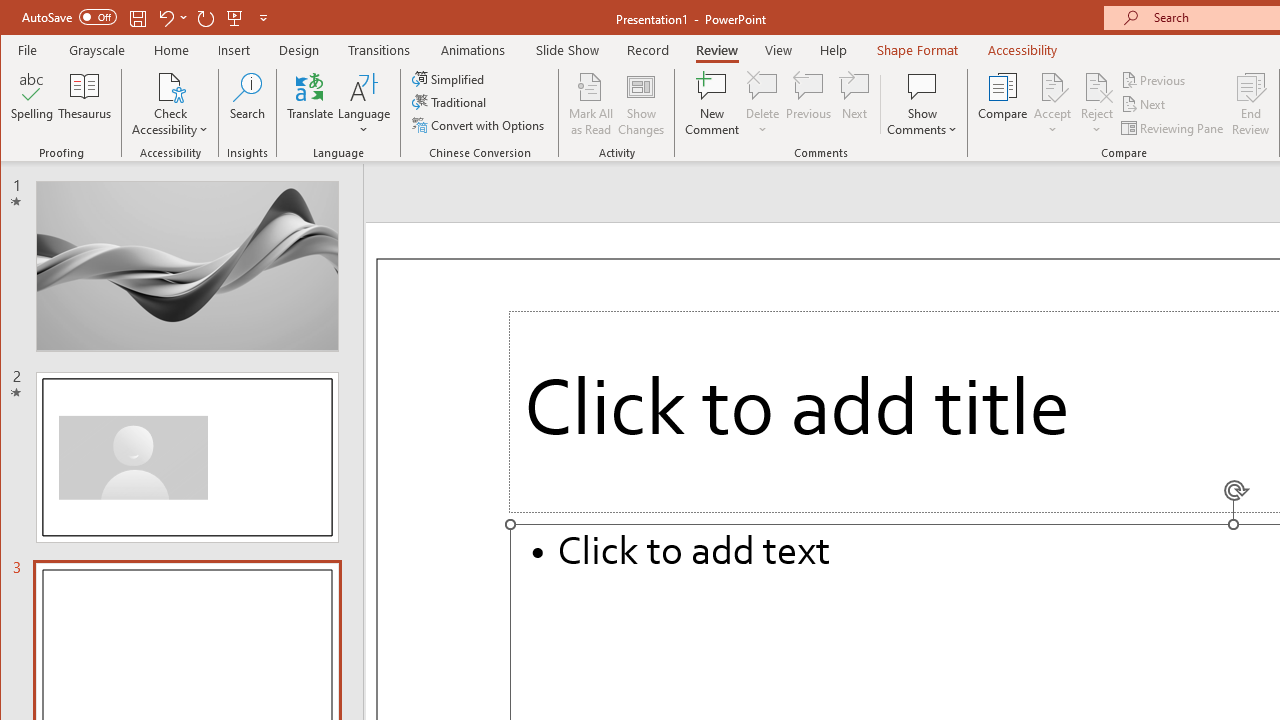  I want to click on 'Check Accessibility', so click(170, 104).